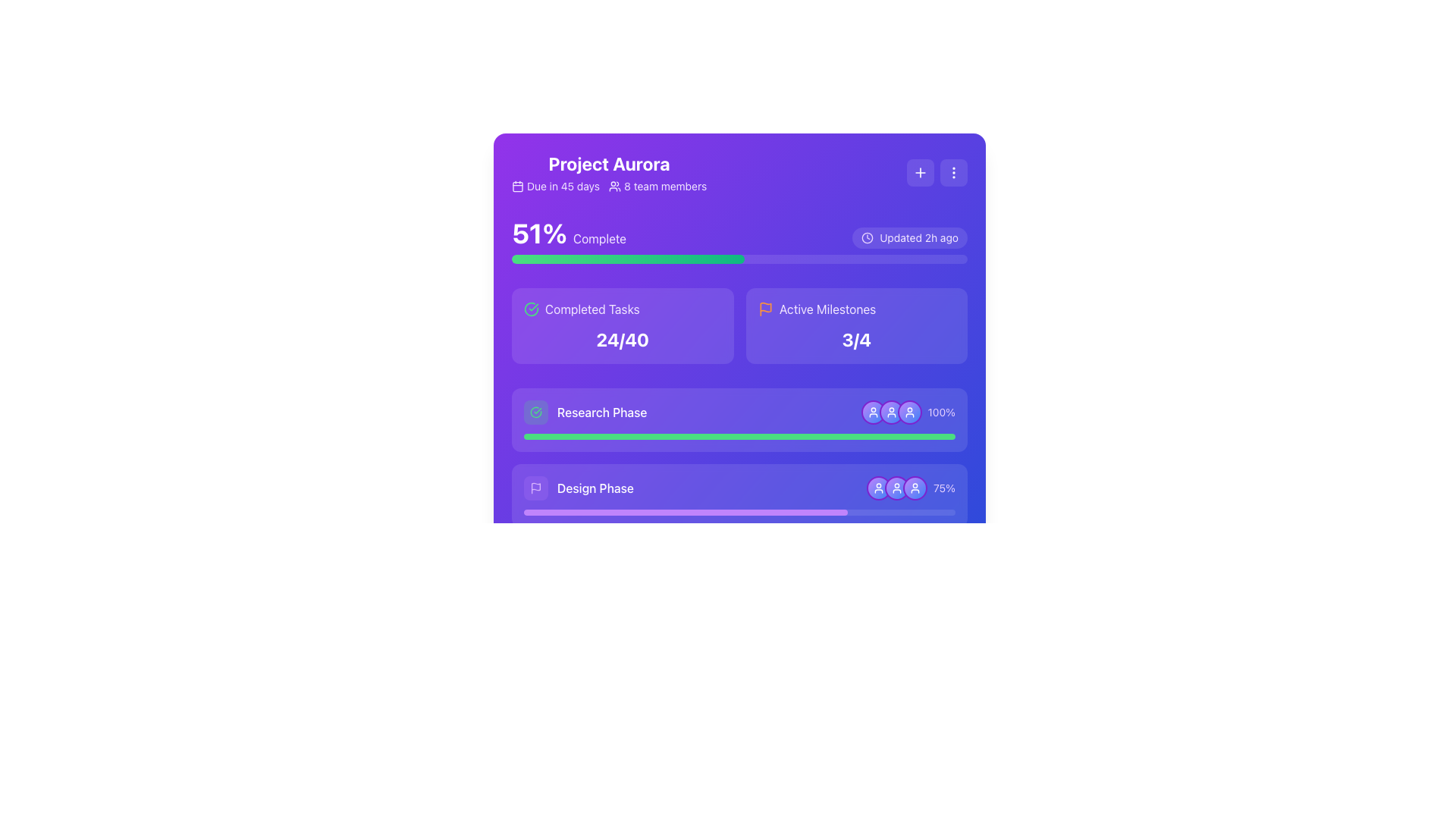  What do you see at coordinates (914, 488) in the screenshot?
I see `the circular avatar icon with a gradient background transitioning from purple to blue, located in the lower right section of the card next to the 'Design Phase' progress bar, specifically the third icon in a horizontal group of three` at bounding box center [914, 488].